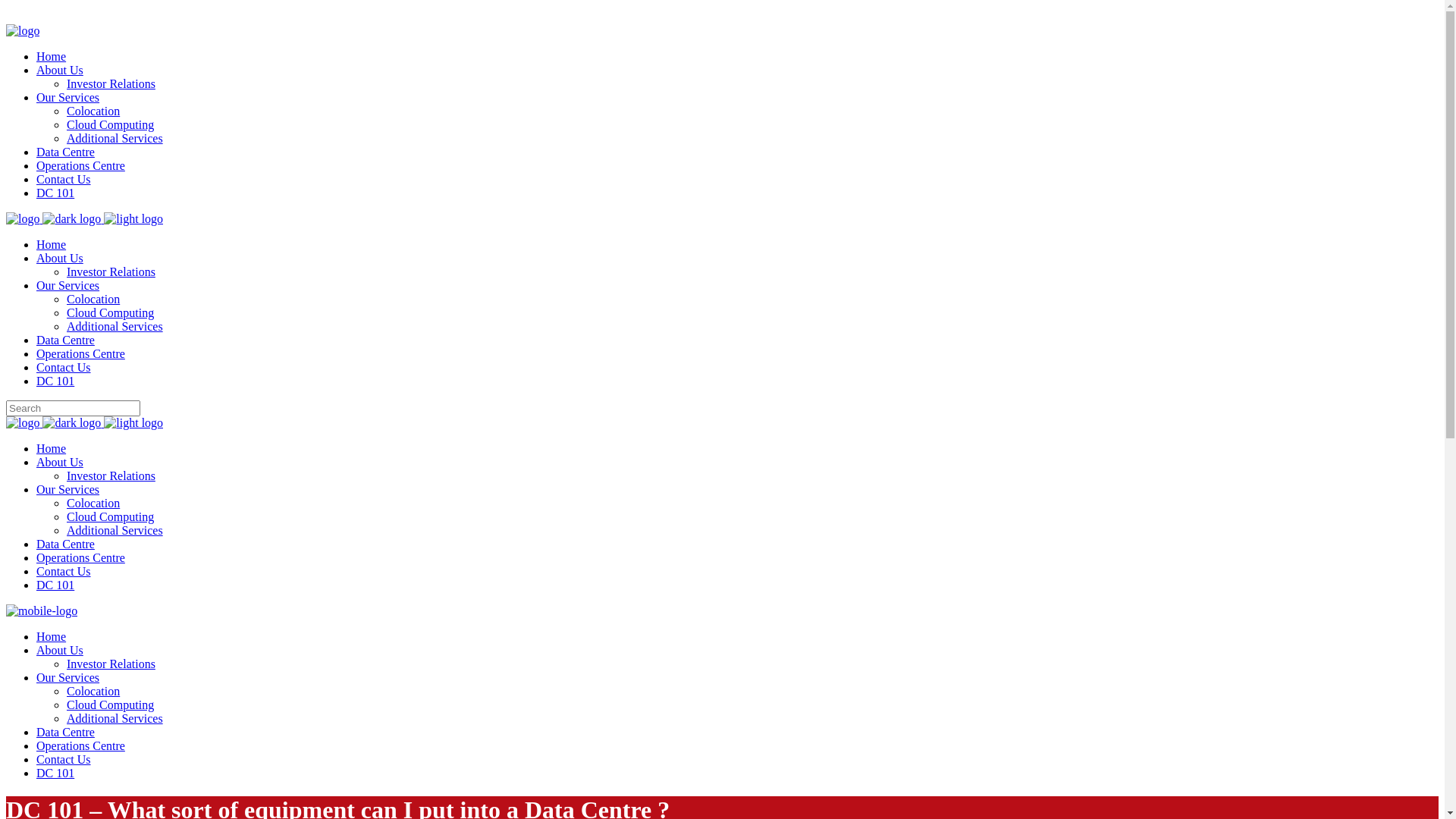 The width and height of the screenshot is (1456, 819). I want to click on 'Home', so click(51, 55).